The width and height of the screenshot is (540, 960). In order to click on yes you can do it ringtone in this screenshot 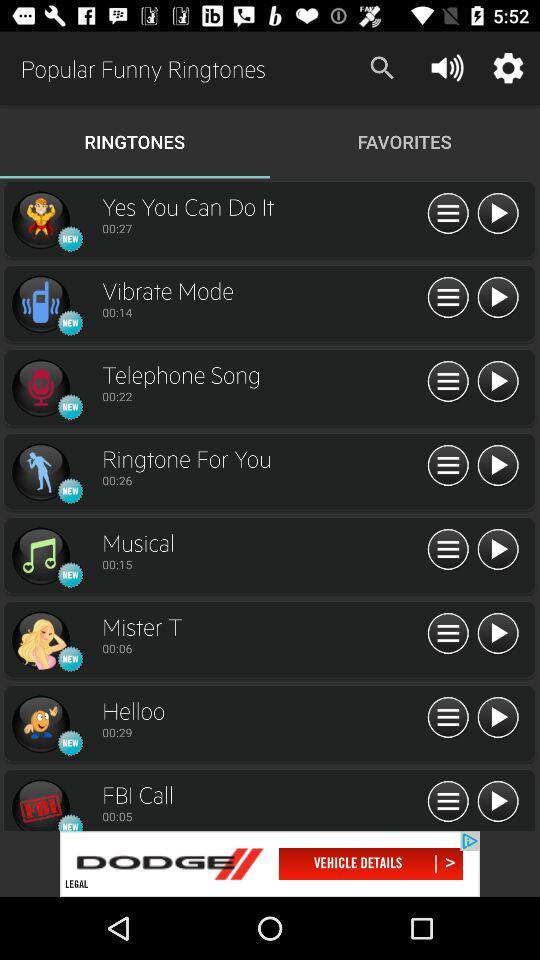, I will do `click(40, 220)`.